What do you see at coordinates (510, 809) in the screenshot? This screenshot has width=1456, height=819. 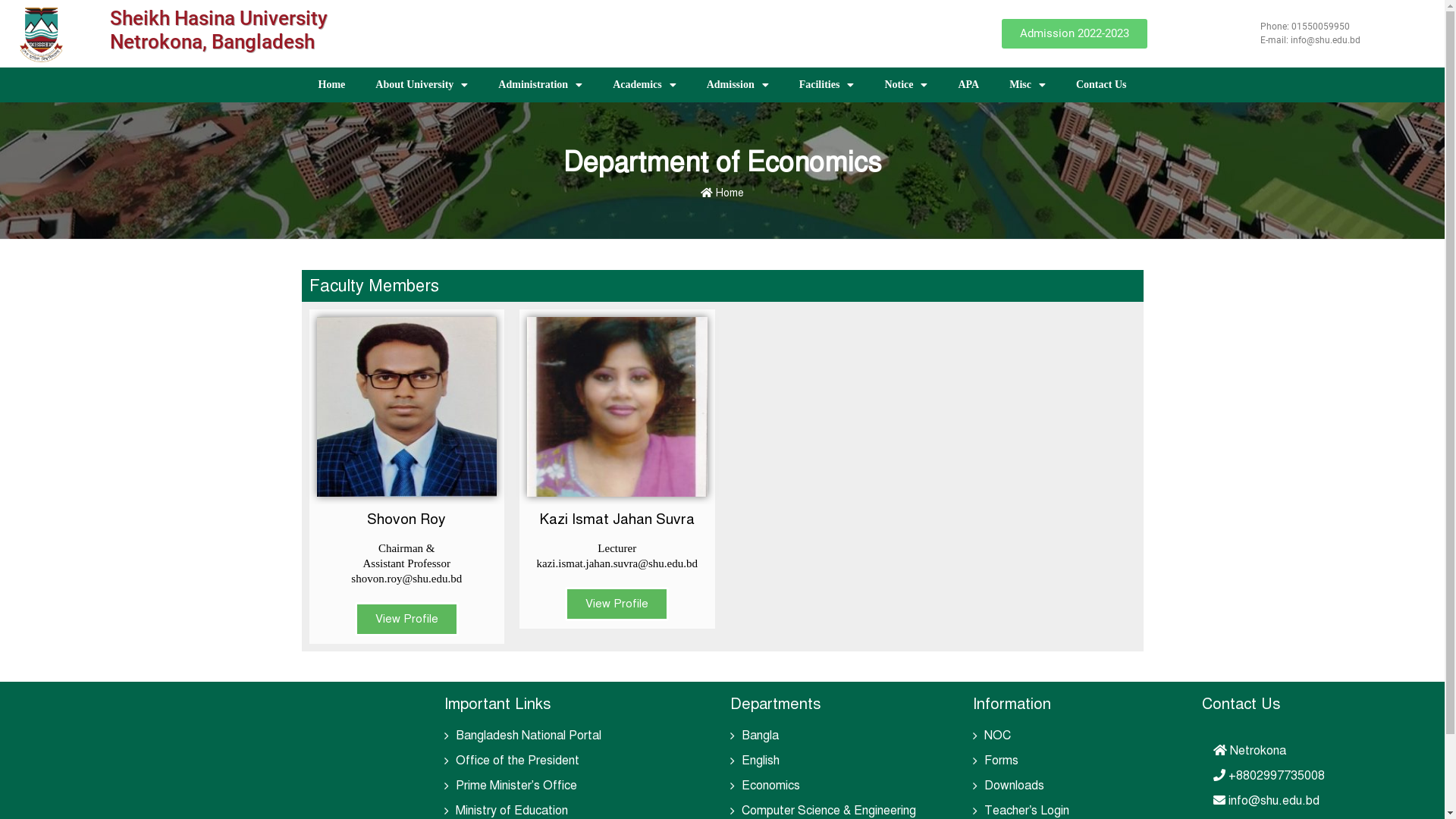 I see `'Ministry of Education'` at bounding box center [510, 809].